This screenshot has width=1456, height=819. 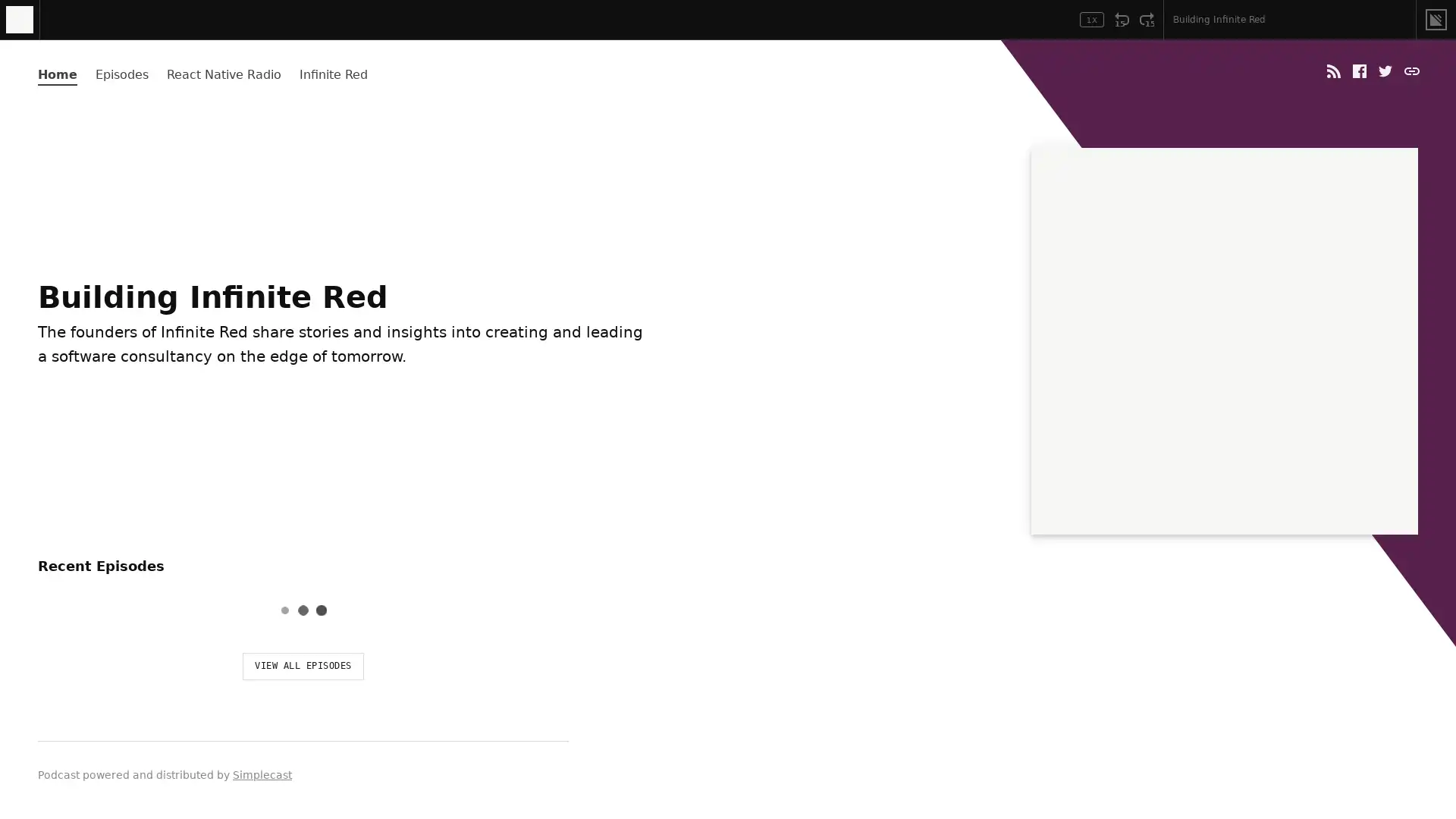 What do you see at coordinates (55, 773) in the screenshot?
I see `Play` at bounding box center [55, 773].